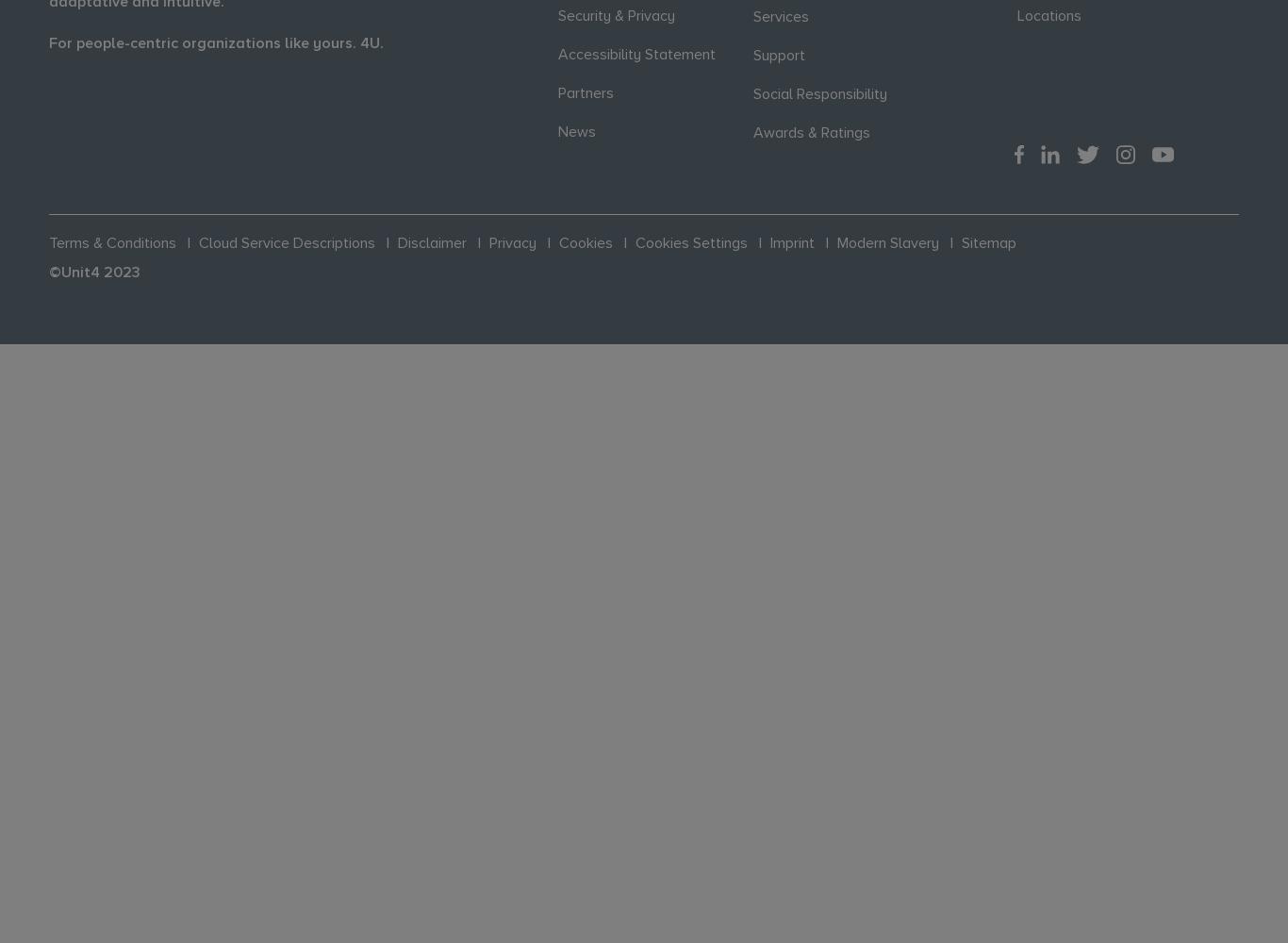 The height and width of the screenshot is (943, 1288). What do you see at coordinates (751, 55) in the screenshot?
I see `'Support'` at bounding box center [751, 55].